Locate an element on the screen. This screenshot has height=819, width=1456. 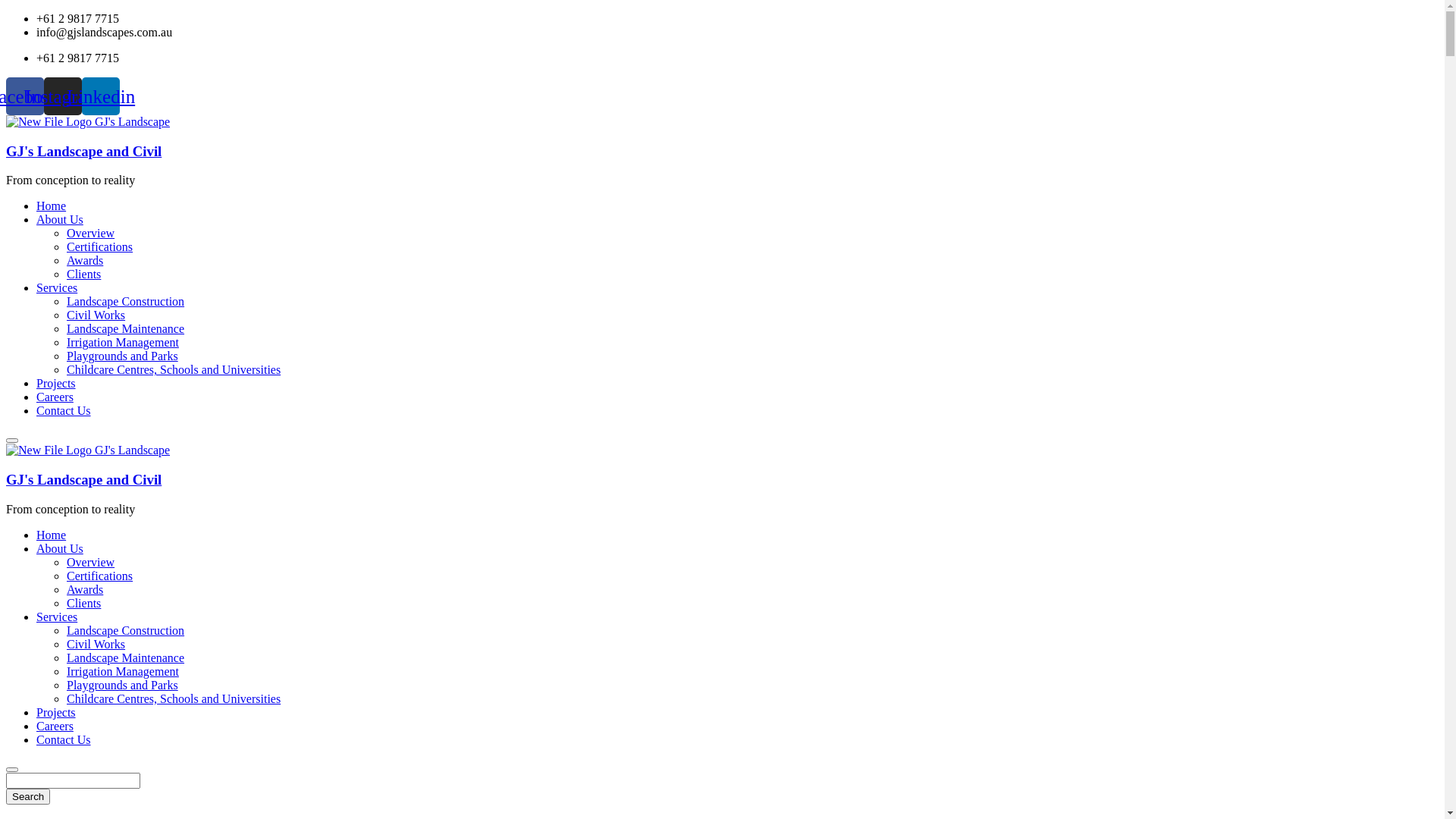
'Careers' is located at coordinates (55, 725).